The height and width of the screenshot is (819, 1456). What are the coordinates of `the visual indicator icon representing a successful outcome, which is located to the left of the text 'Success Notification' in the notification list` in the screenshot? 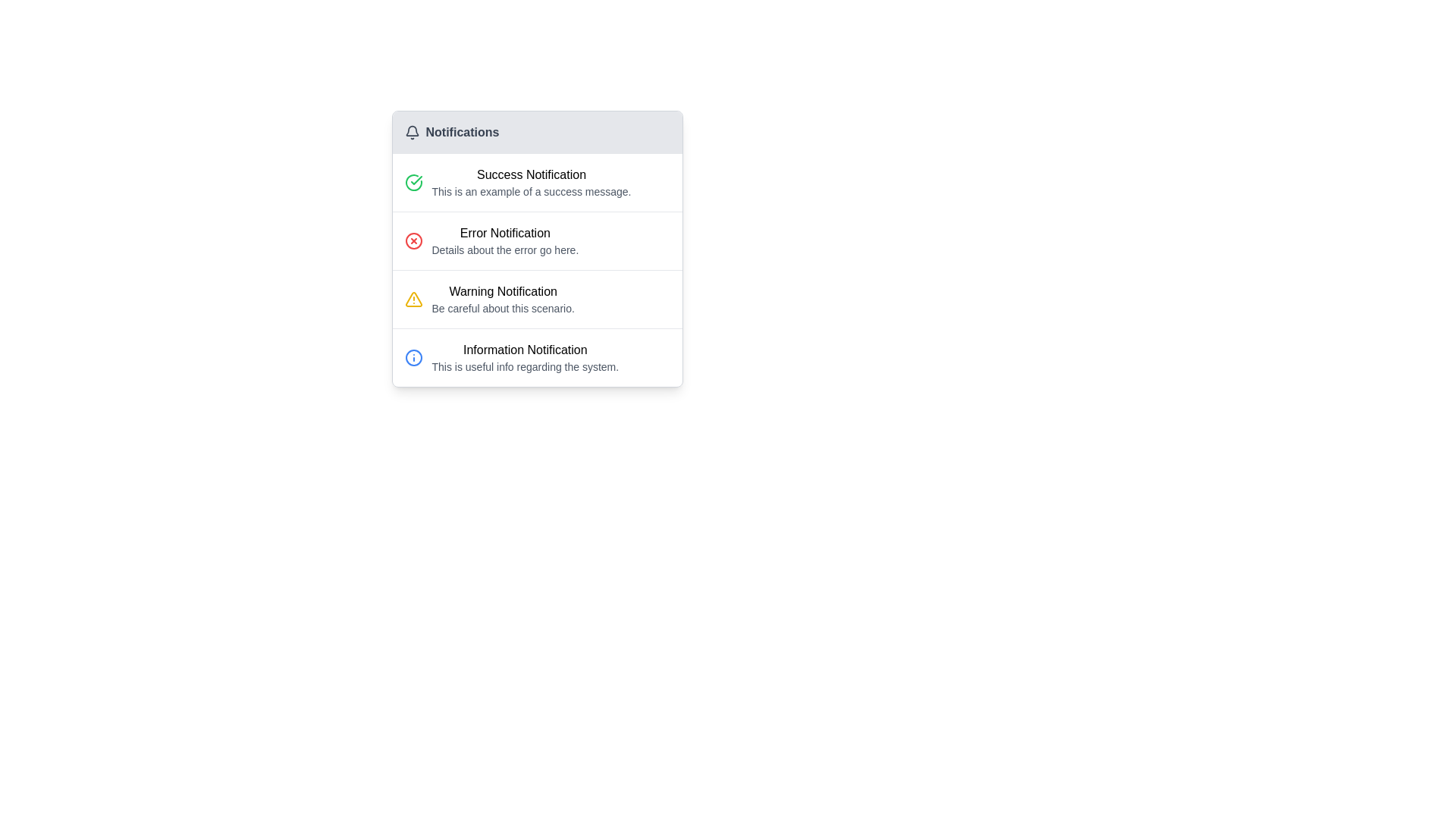 It's located at (413, 181).